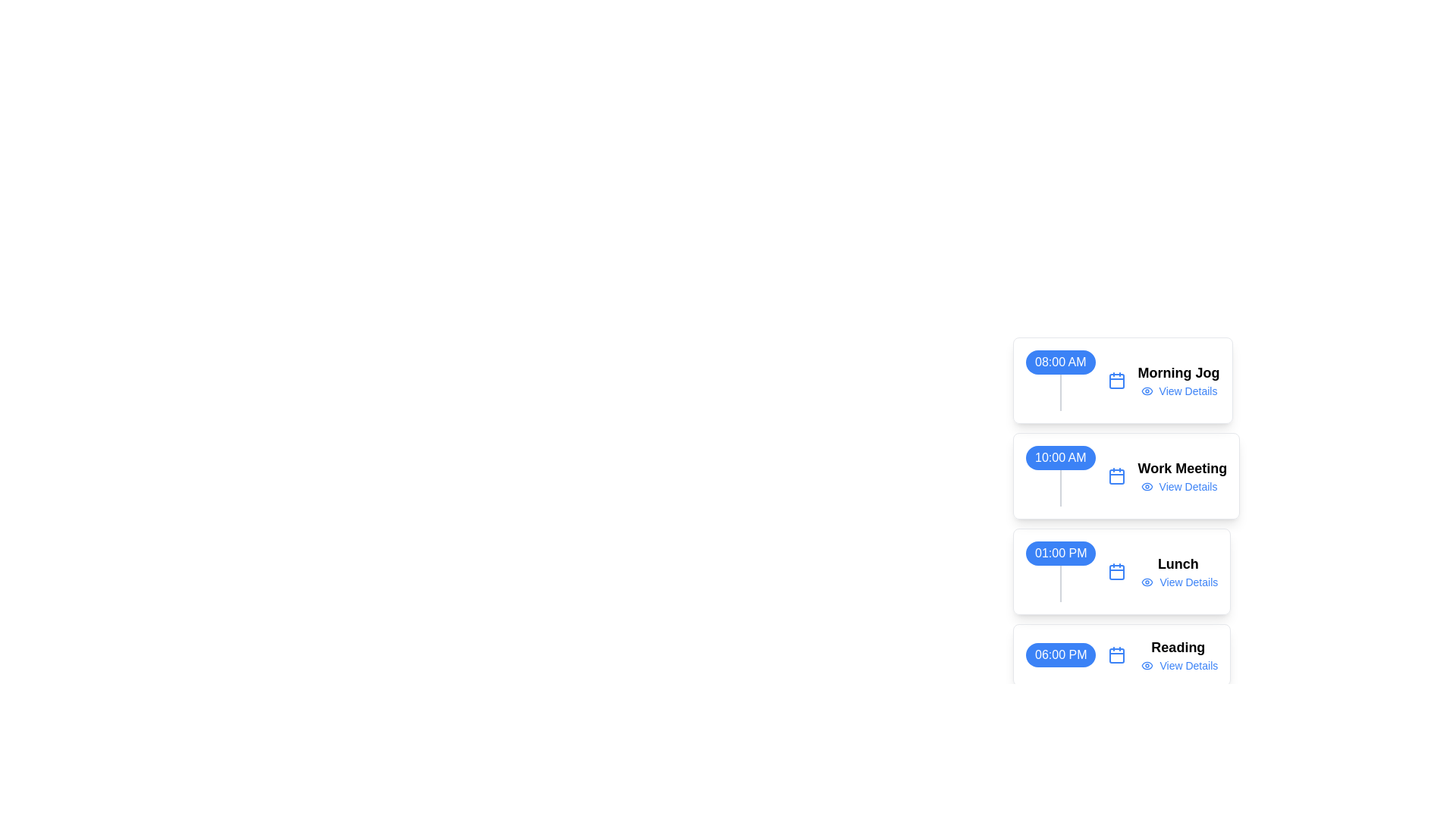  I want to click on the text label indicating 'Work Meeting', so click(1181, 467).